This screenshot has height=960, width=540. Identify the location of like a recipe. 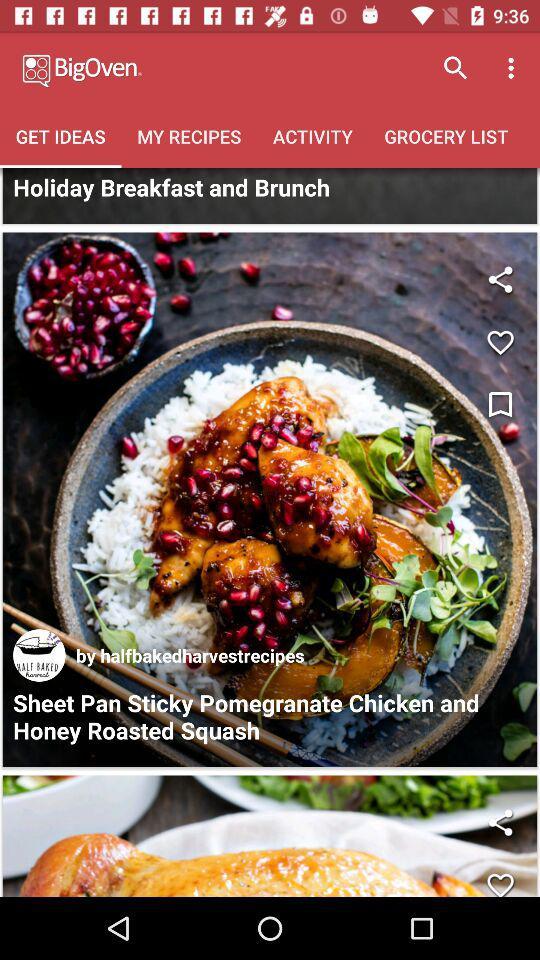
(499, 877).